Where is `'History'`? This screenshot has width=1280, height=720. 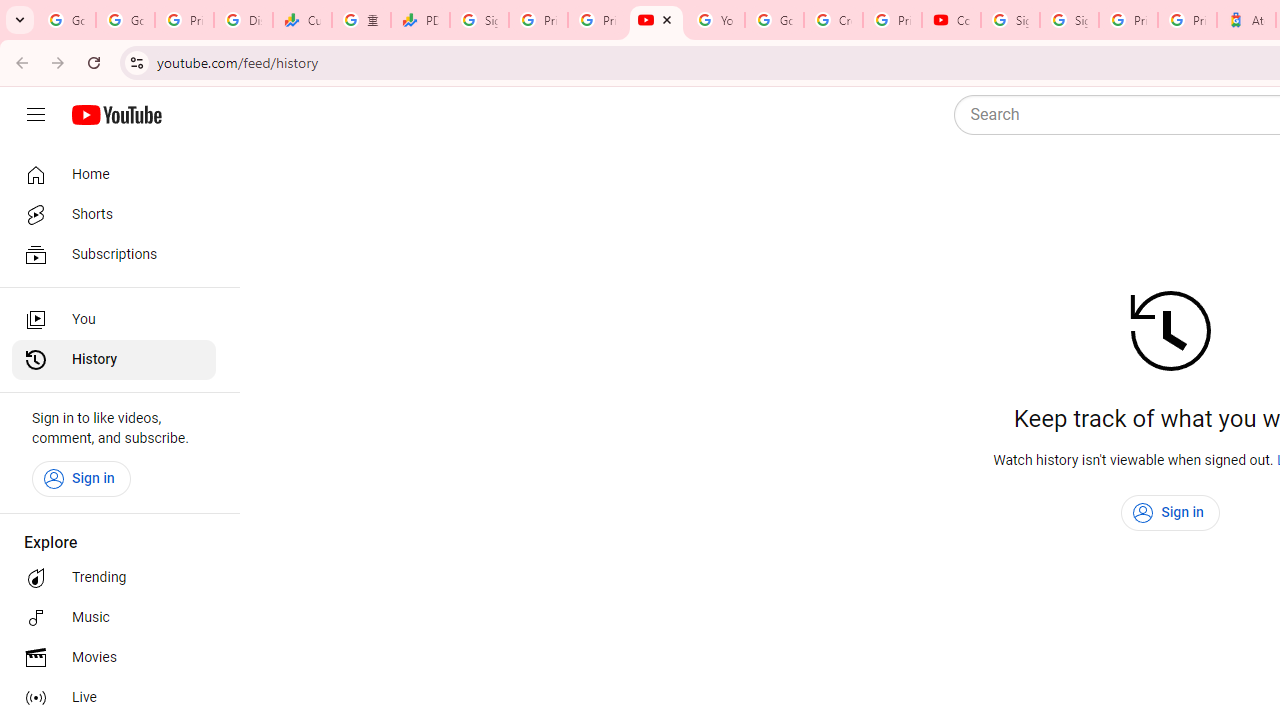 'History' is located at coordinates (112, 360).